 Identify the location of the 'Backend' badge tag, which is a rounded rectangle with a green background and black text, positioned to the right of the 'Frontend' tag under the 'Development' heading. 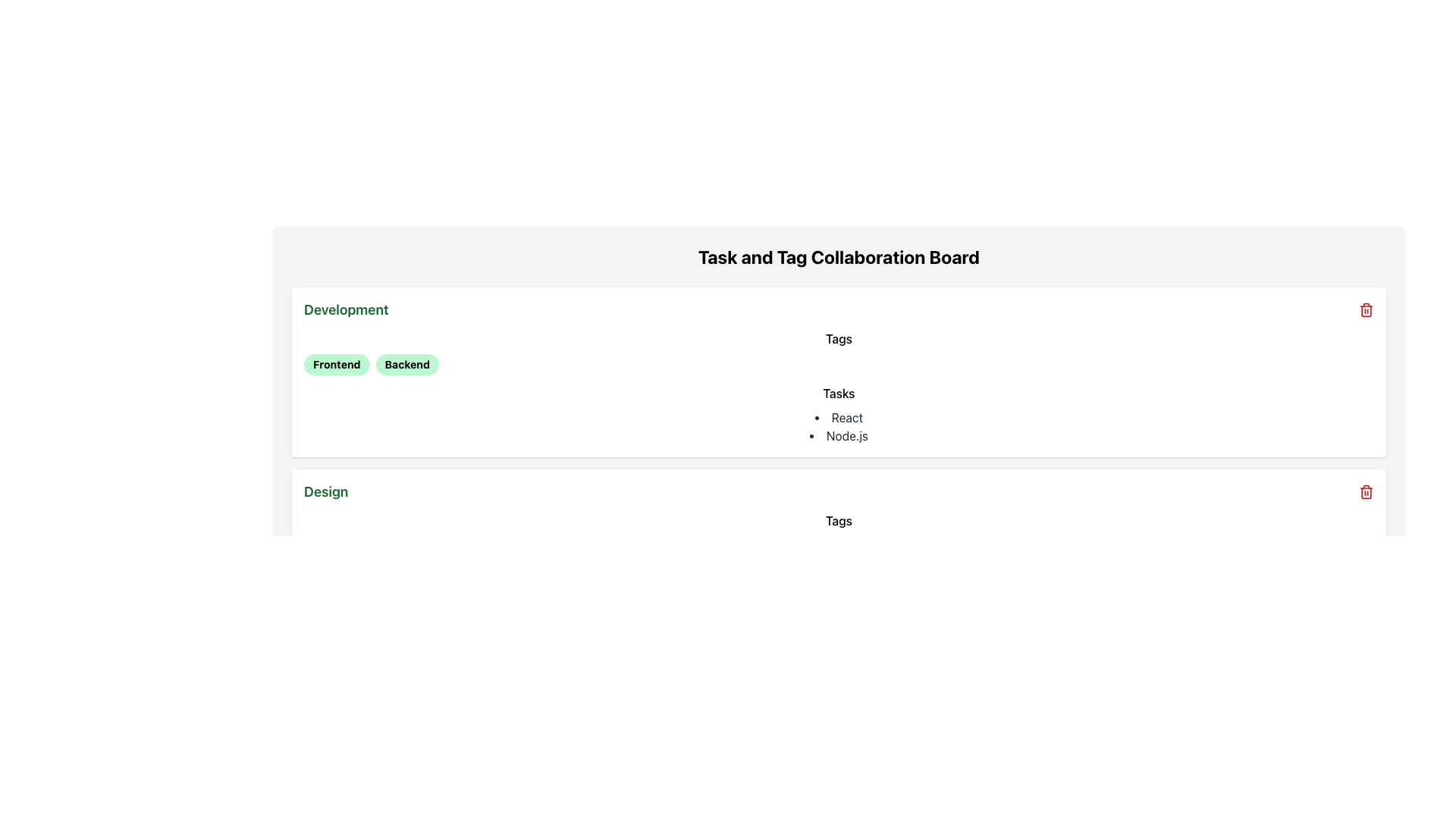
(407, 365).